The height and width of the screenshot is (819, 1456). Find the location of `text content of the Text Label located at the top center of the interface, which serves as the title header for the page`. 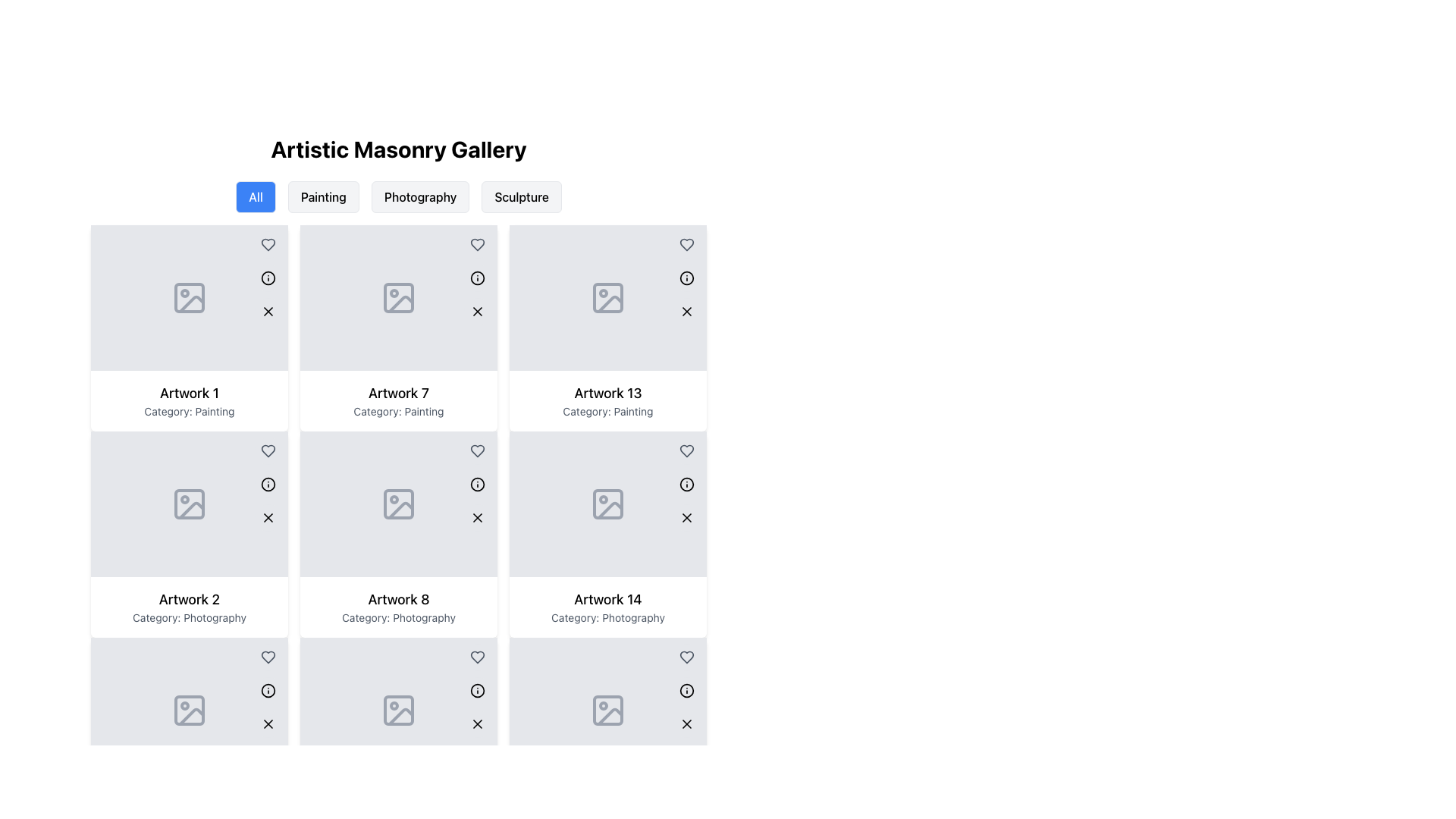

text content of the Text Label located at the top center of the interface, which serves as the title header for the page is located at coordinates (399, 149).